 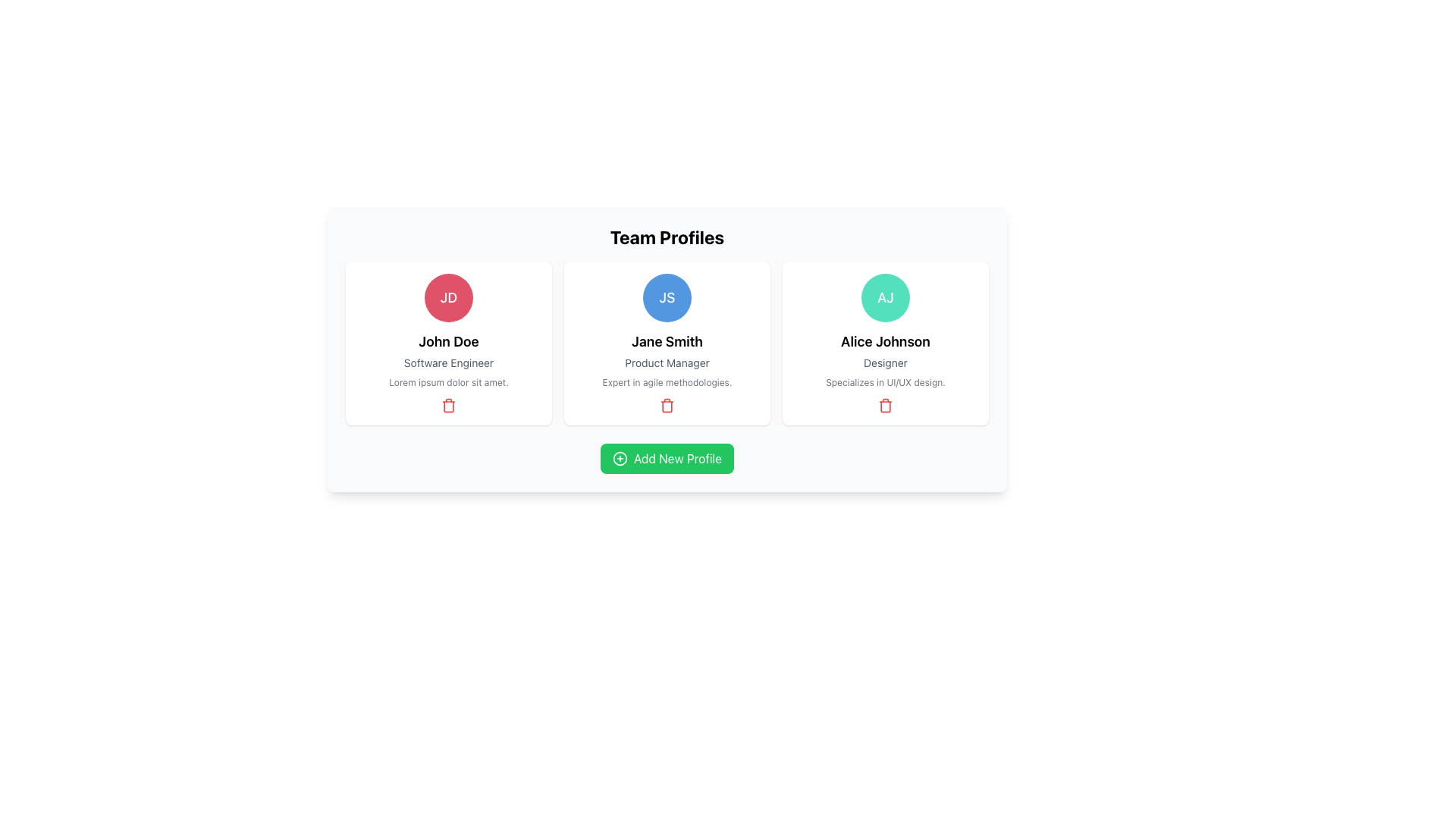 I want to click on to select the profile card for 'Jane Smith' located in the middle of the grid layout, so click(x=667, y=343).